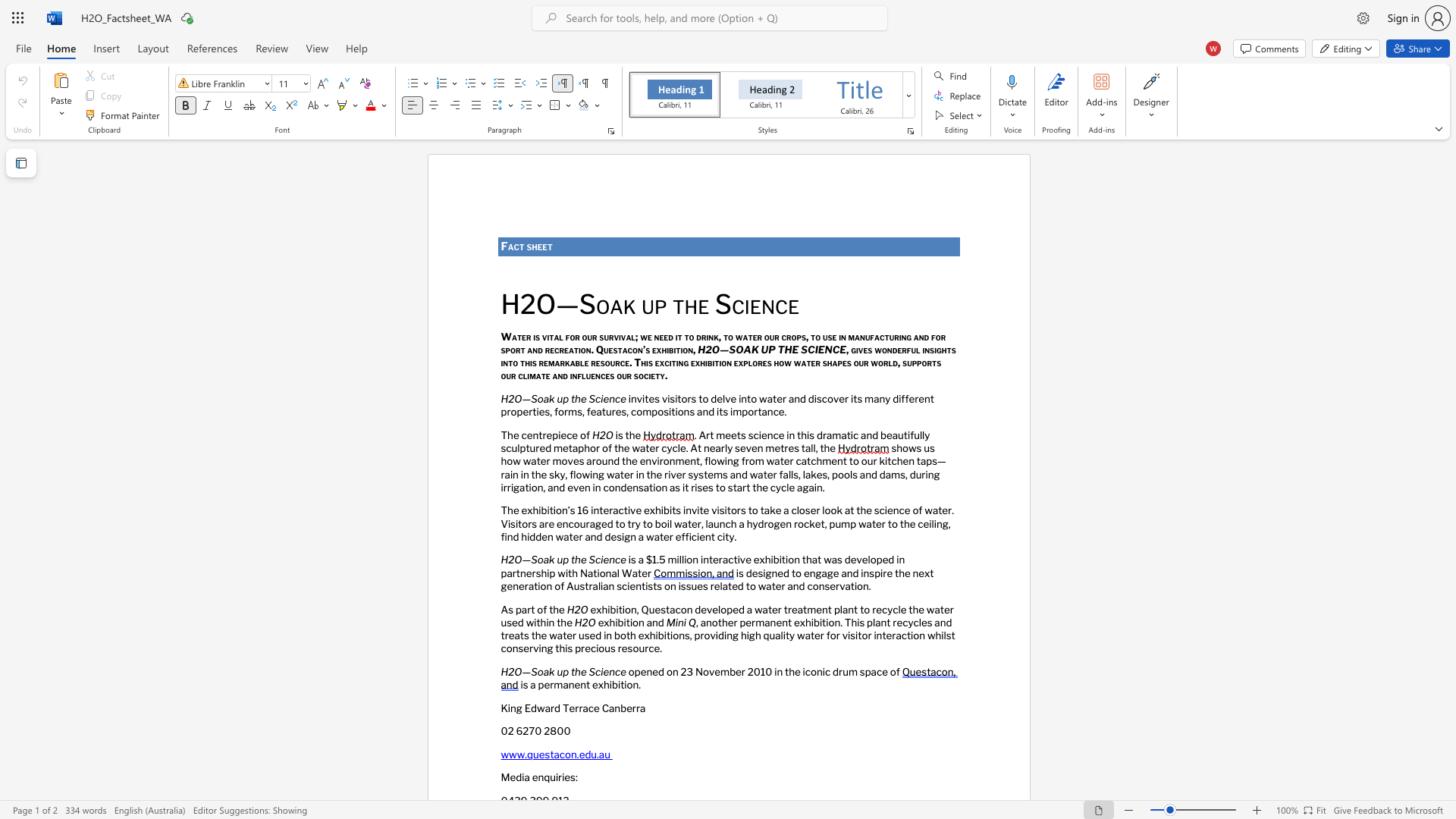 This screenshot has height=819, width=1456. I want to click on the subset text "conic dr" within the text "opened on 23 November 2010 in the iconic drum space of", so click(804, 670).